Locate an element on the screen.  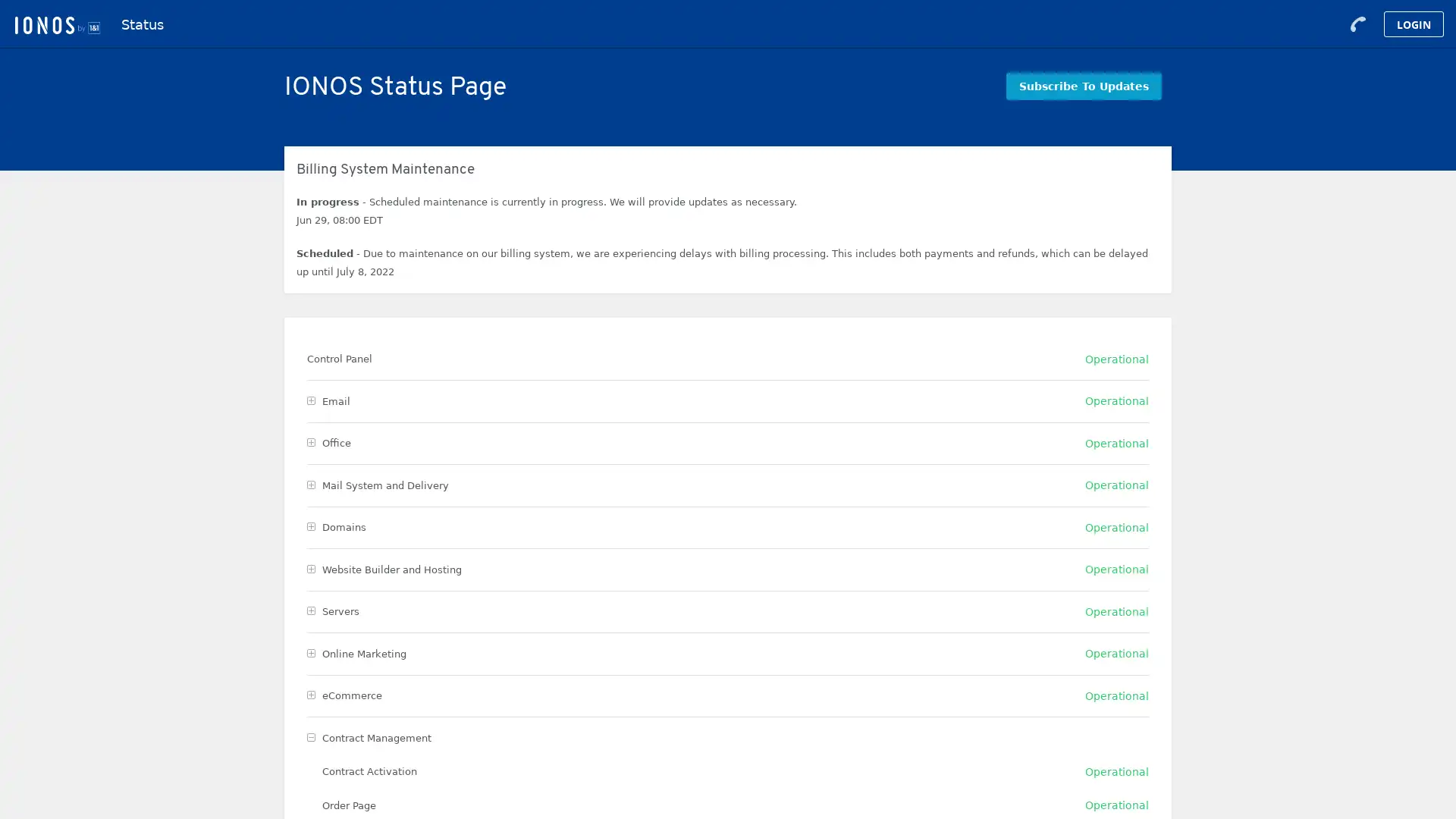
Toggle Servers is located at coordinates (310, 610).